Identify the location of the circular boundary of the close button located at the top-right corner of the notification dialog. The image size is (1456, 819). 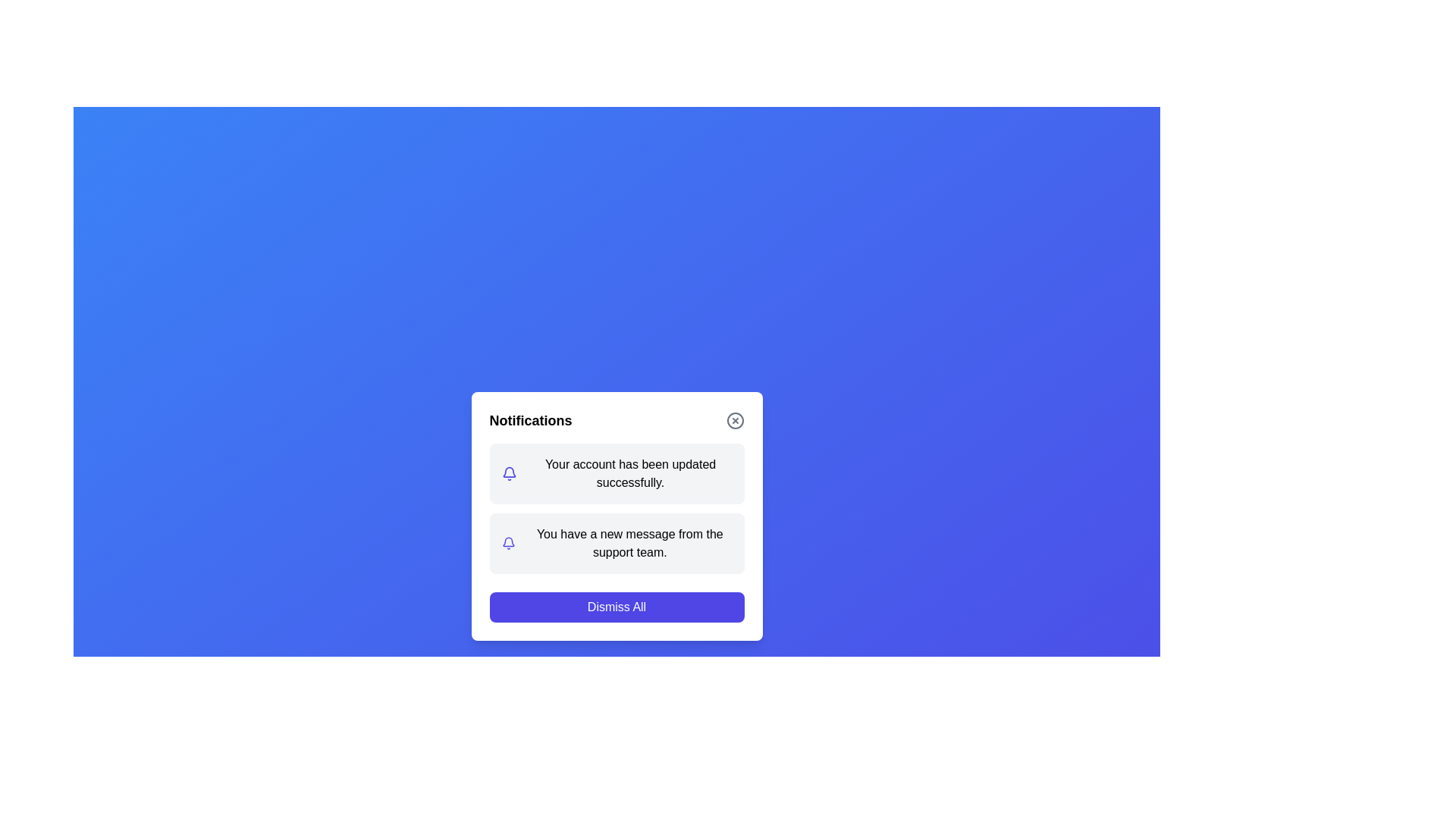
(735, 421).